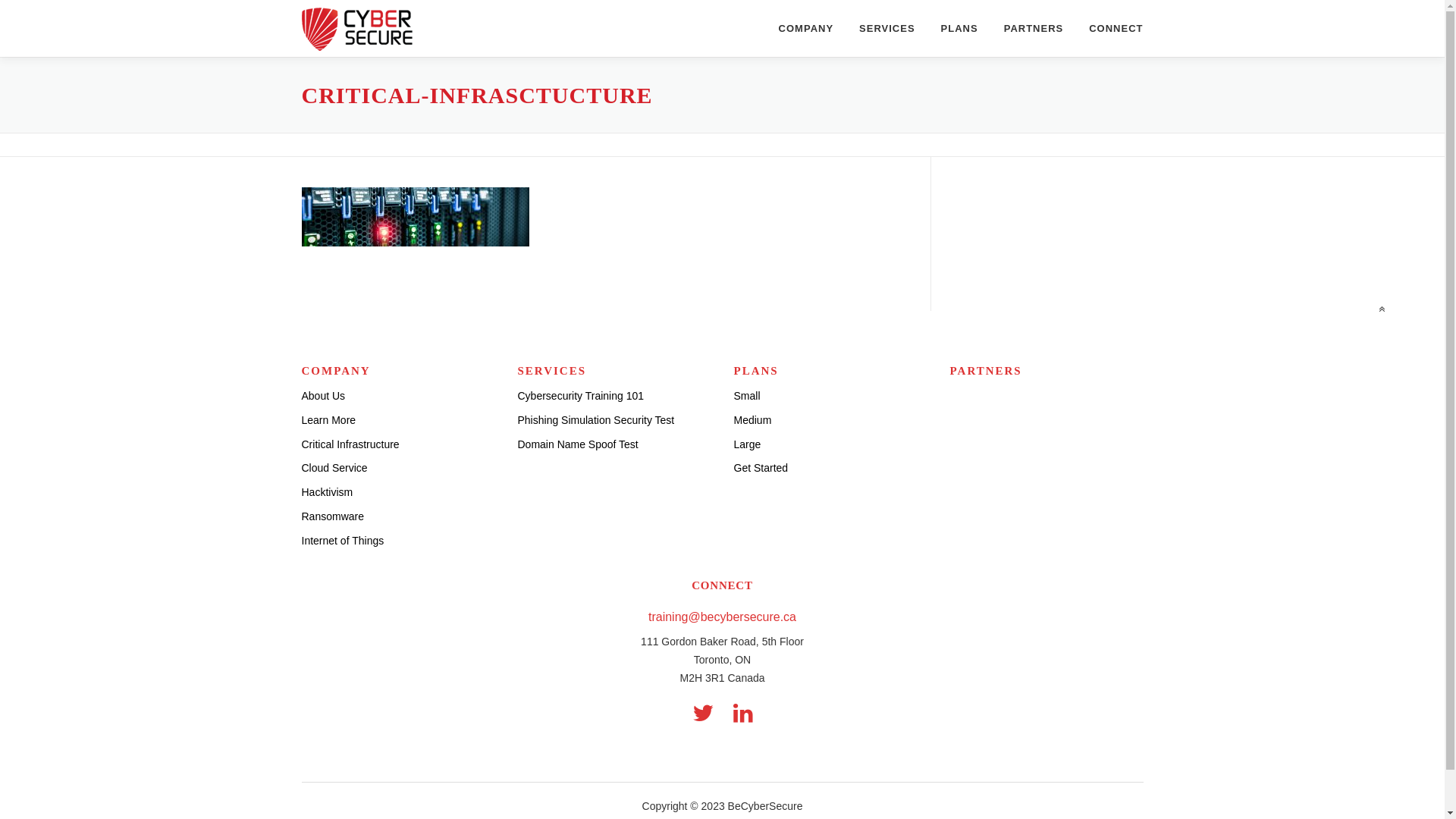  What do you see at coordinates (1372, 303) in the screenshot?
I see `'Back To Top'` at bounding box center [1372, 303].